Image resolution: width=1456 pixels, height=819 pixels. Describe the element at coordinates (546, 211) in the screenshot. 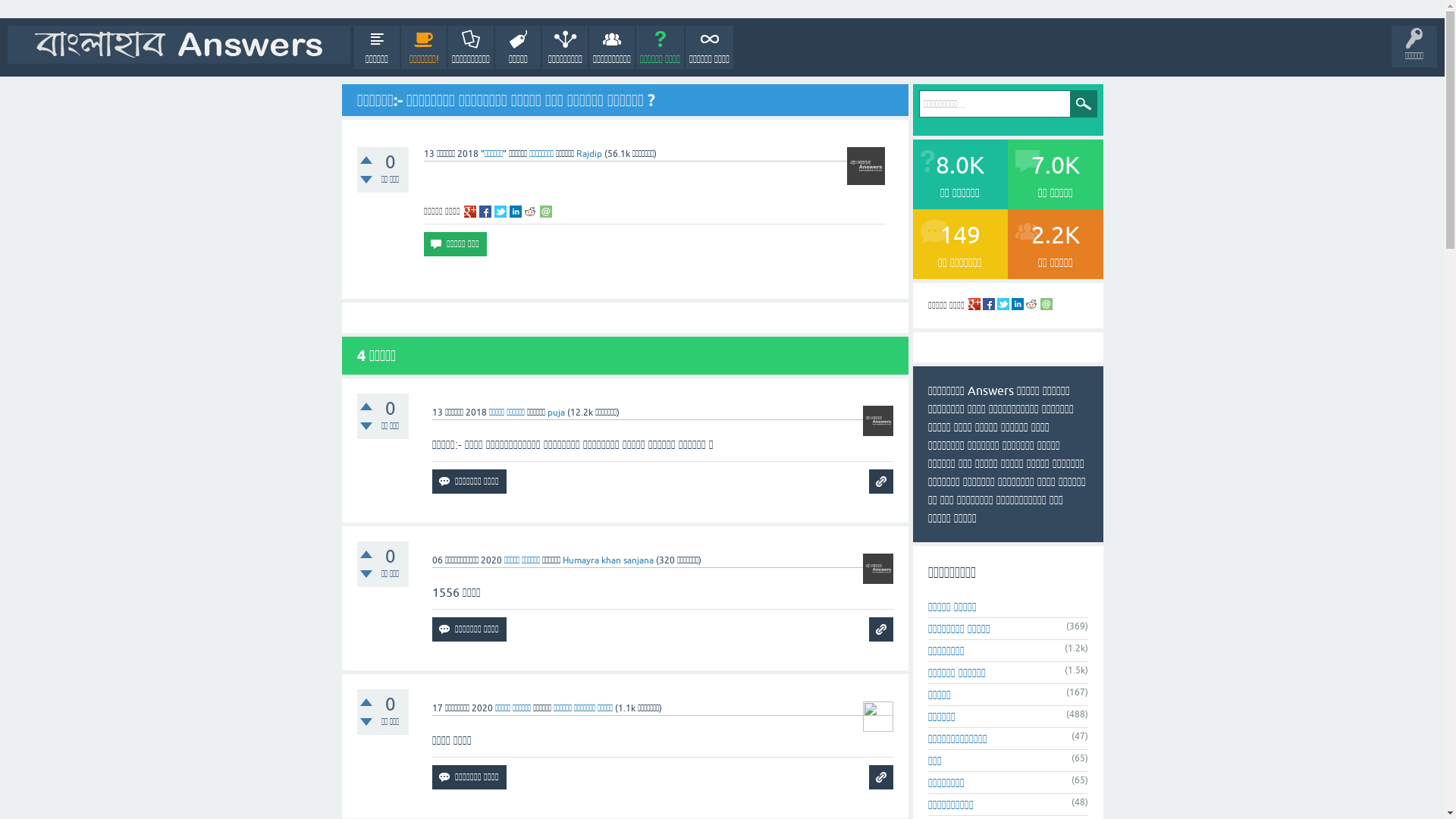

I see `'share via email'` at that location.